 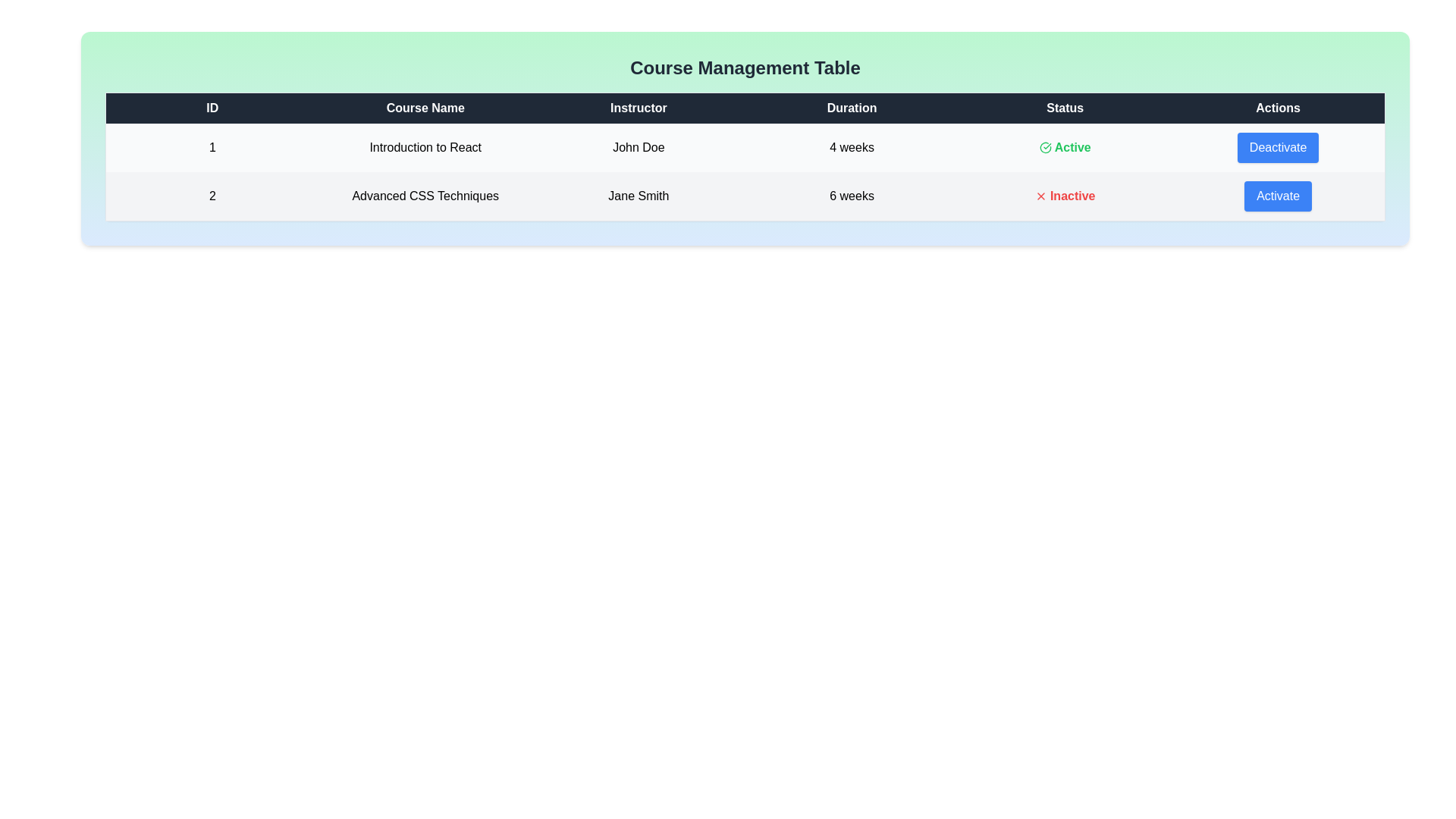 What do you see at coordinates (852, 196) in the screenshot?
I see `the text label indicating the duration of the 'Advanced CSS Techniques' course in the 'Course Management Table', located in the fourth column of the second row under the 'Duration' column` at bounding box center [852, 196].